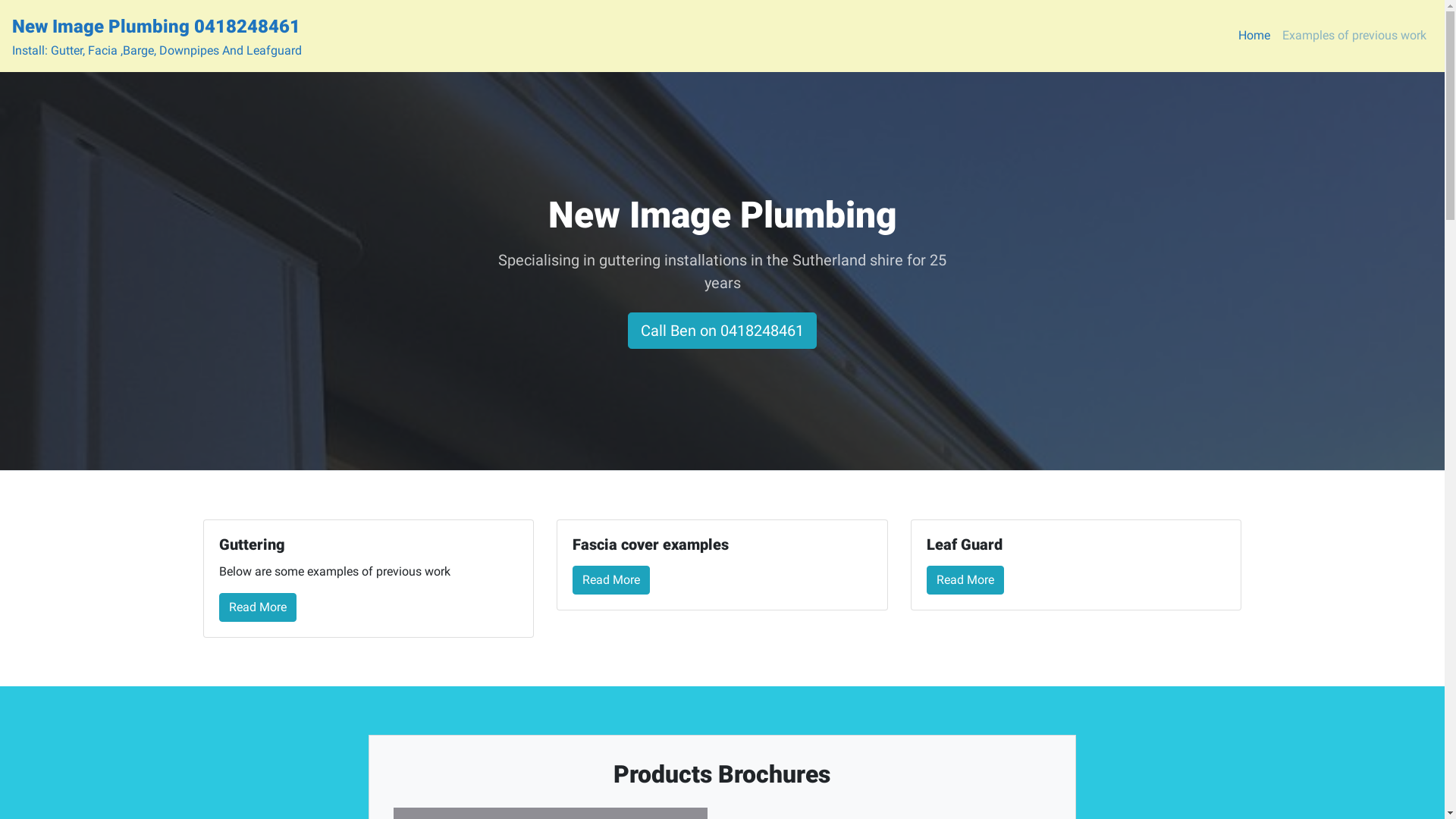 Image resolution: width=1456 pixels, height=819 pixels. I want to click on 'Examples of previous work', so click(1276, 34).